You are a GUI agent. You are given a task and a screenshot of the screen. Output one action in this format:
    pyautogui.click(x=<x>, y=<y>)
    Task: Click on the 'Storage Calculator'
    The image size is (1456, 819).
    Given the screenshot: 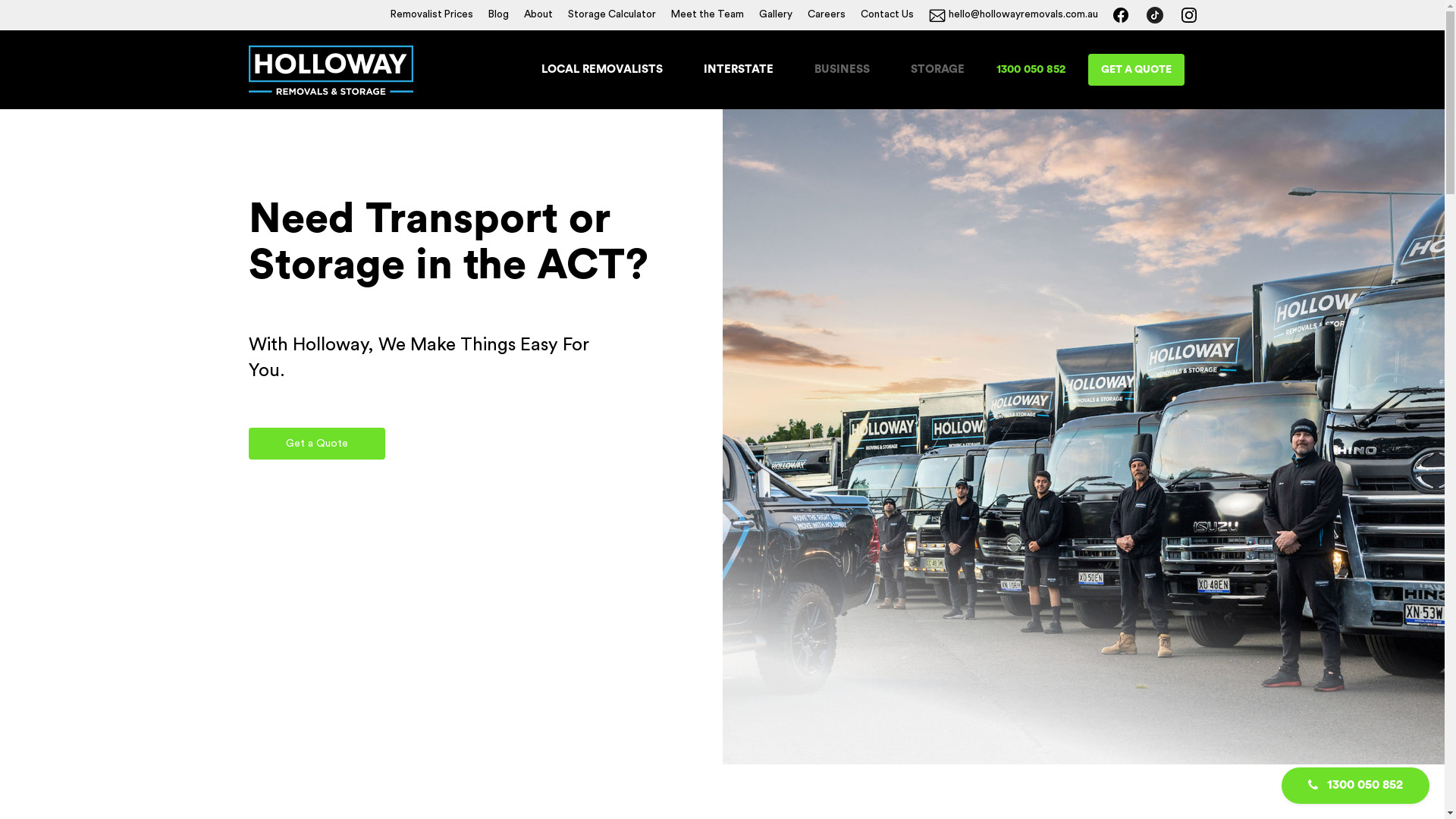 What is the action you would take?
    pyautogui.click(x=564, y=14)
    